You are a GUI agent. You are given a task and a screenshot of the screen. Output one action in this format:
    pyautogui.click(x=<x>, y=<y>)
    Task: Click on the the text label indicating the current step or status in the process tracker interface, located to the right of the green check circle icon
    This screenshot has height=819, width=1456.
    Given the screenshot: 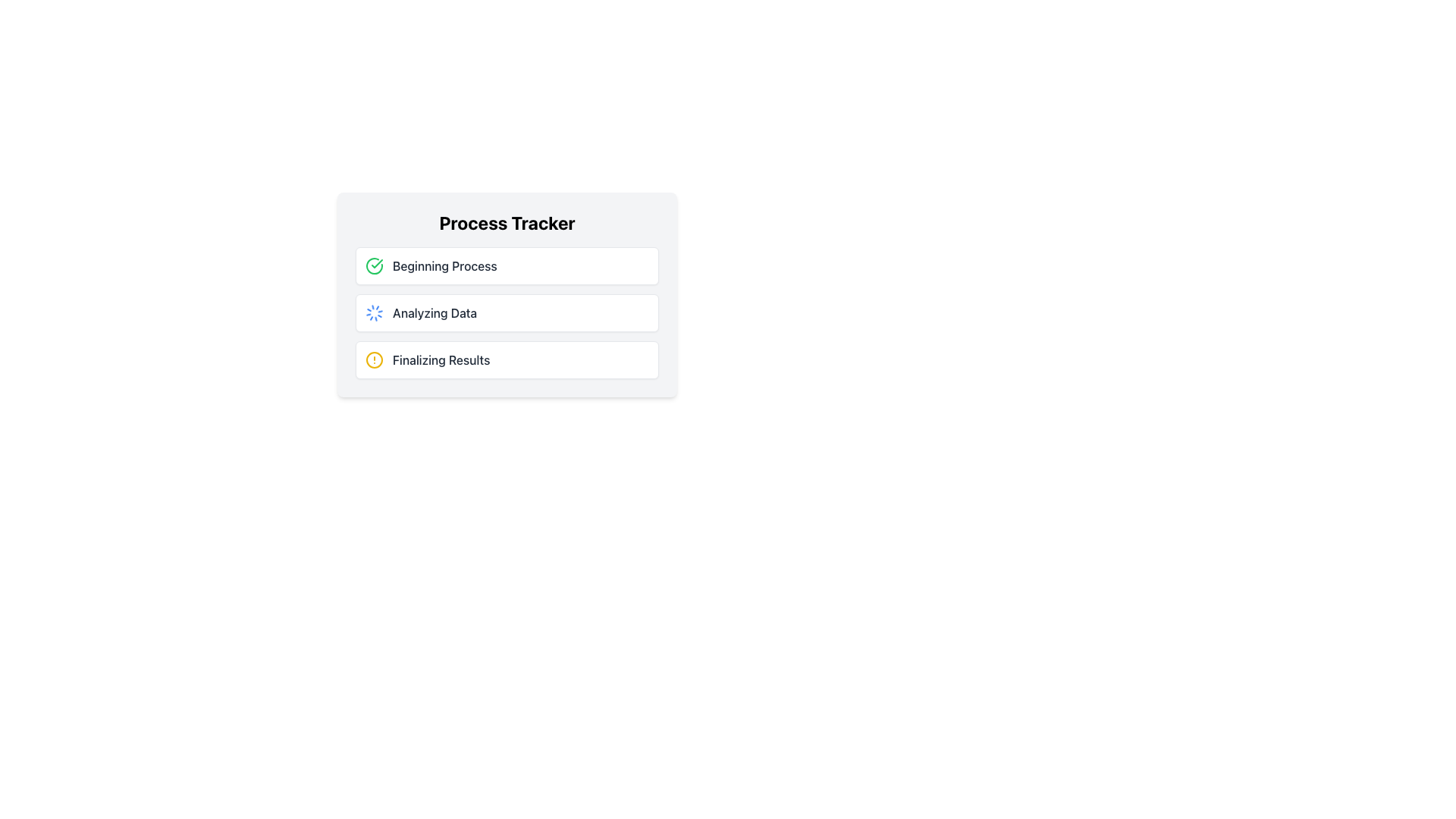 What is the action you would take?
    pyautogui.click(x=444, y=265)
    